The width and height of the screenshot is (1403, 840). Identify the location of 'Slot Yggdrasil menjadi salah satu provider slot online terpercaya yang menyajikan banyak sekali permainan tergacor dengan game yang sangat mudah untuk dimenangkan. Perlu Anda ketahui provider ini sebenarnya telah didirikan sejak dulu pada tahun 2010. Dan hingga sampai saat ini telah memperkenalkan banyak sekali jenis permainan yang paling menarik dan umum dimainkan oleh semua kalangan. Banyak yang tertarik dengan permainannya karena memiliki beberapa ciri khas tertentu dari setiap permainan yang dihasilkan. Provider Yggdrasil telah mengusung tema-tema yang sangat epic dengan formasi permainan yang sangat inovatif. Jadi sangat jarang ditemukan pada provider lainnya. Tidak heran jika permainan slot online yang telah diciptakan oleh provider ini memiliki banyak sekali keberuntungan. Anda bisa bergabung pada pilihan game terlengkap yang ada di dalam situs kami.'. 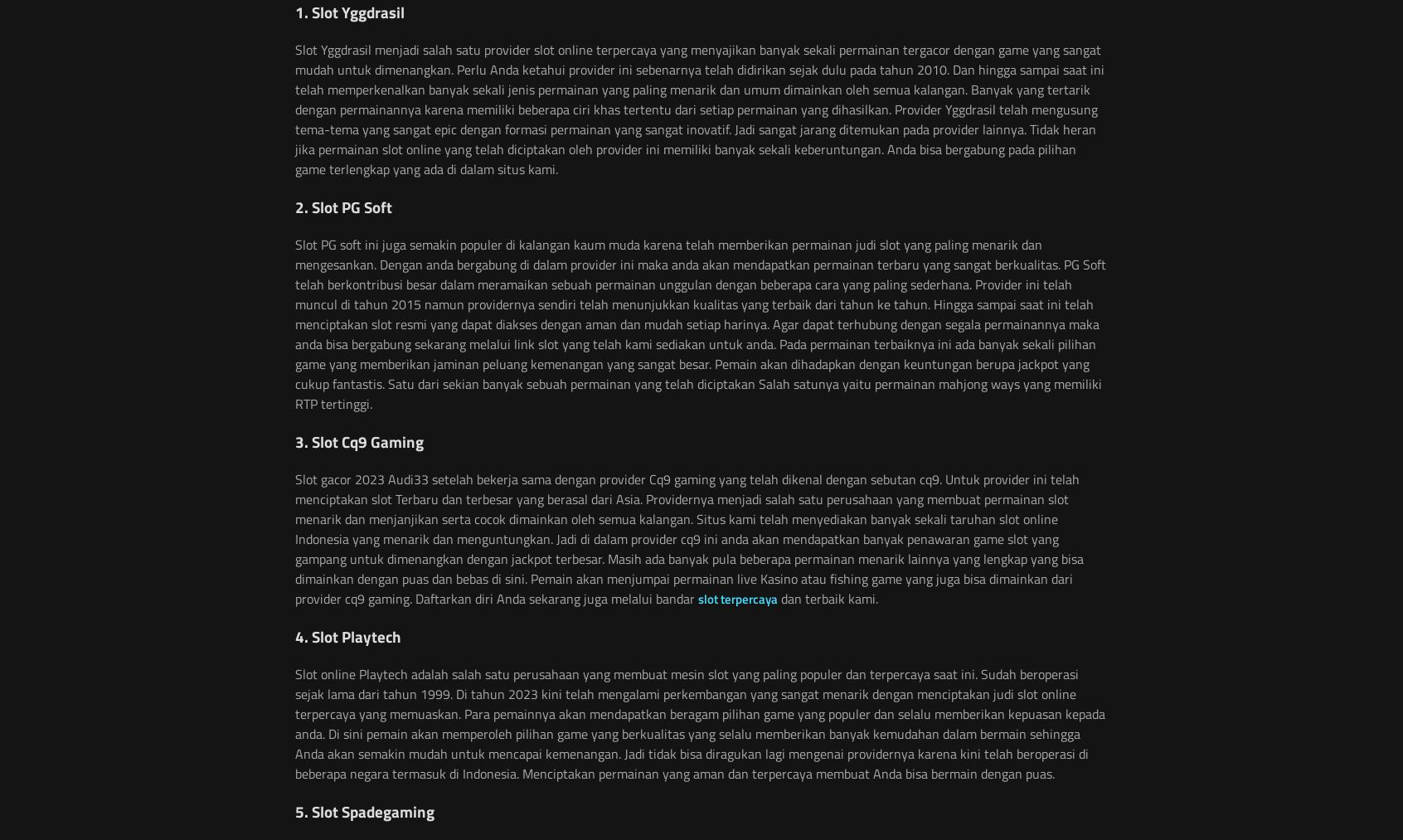
(699, 108).